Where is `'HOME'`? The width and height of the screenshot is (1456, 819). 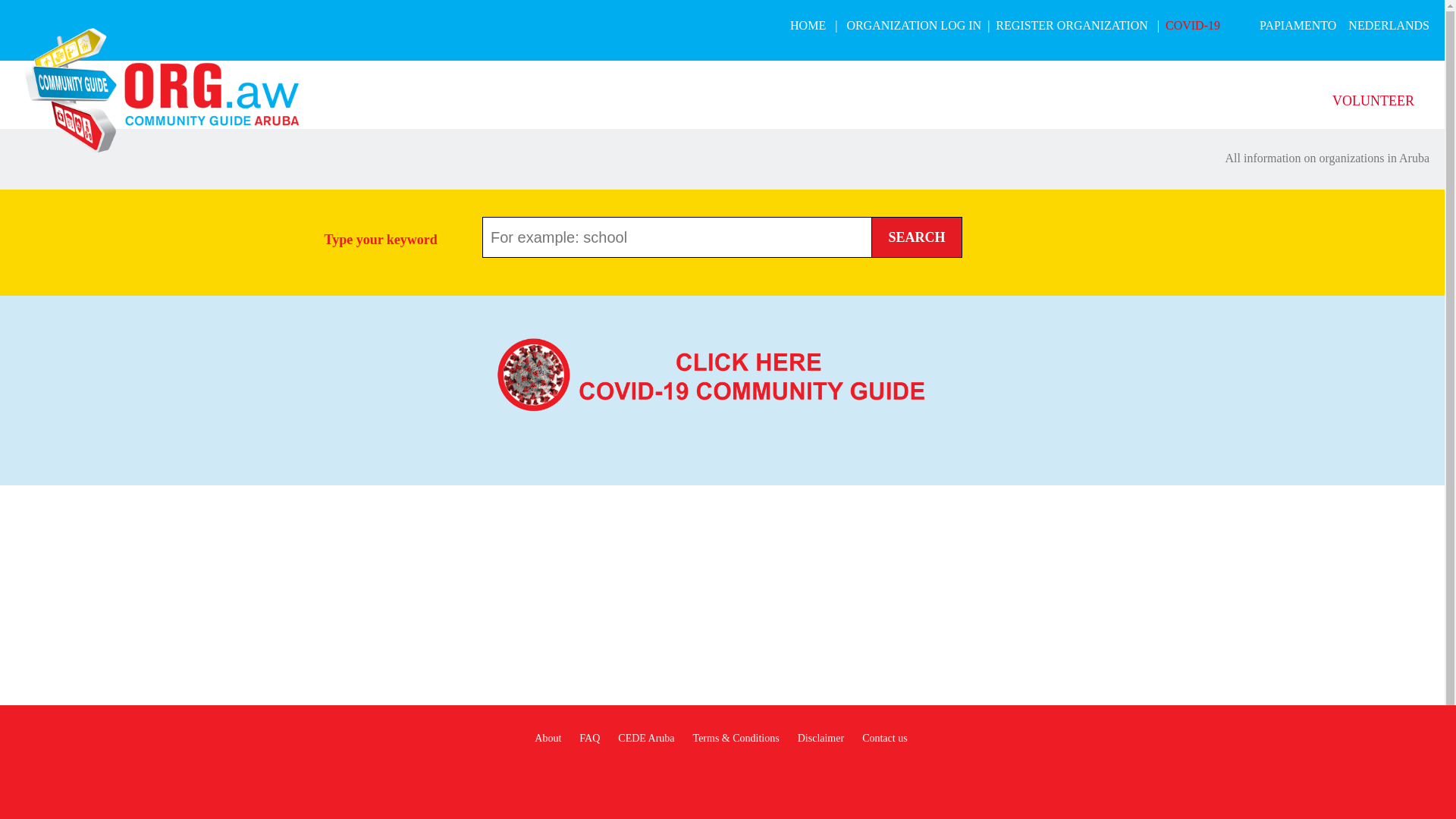 'HOME' is located at coordinates (789, 25).